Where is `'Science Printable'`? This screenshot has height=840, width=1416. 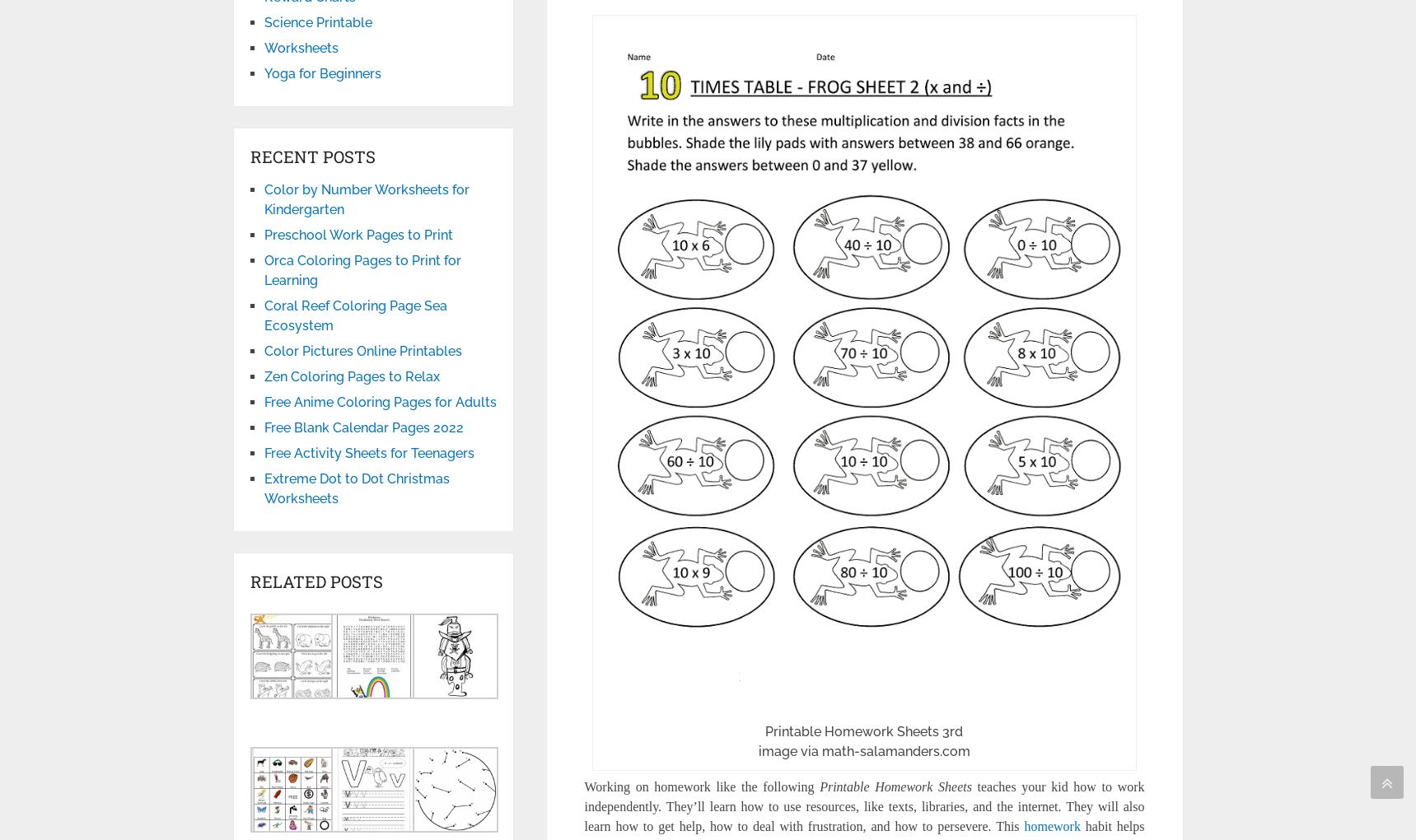
'Science Printable' is located at coordinates (316, 21).